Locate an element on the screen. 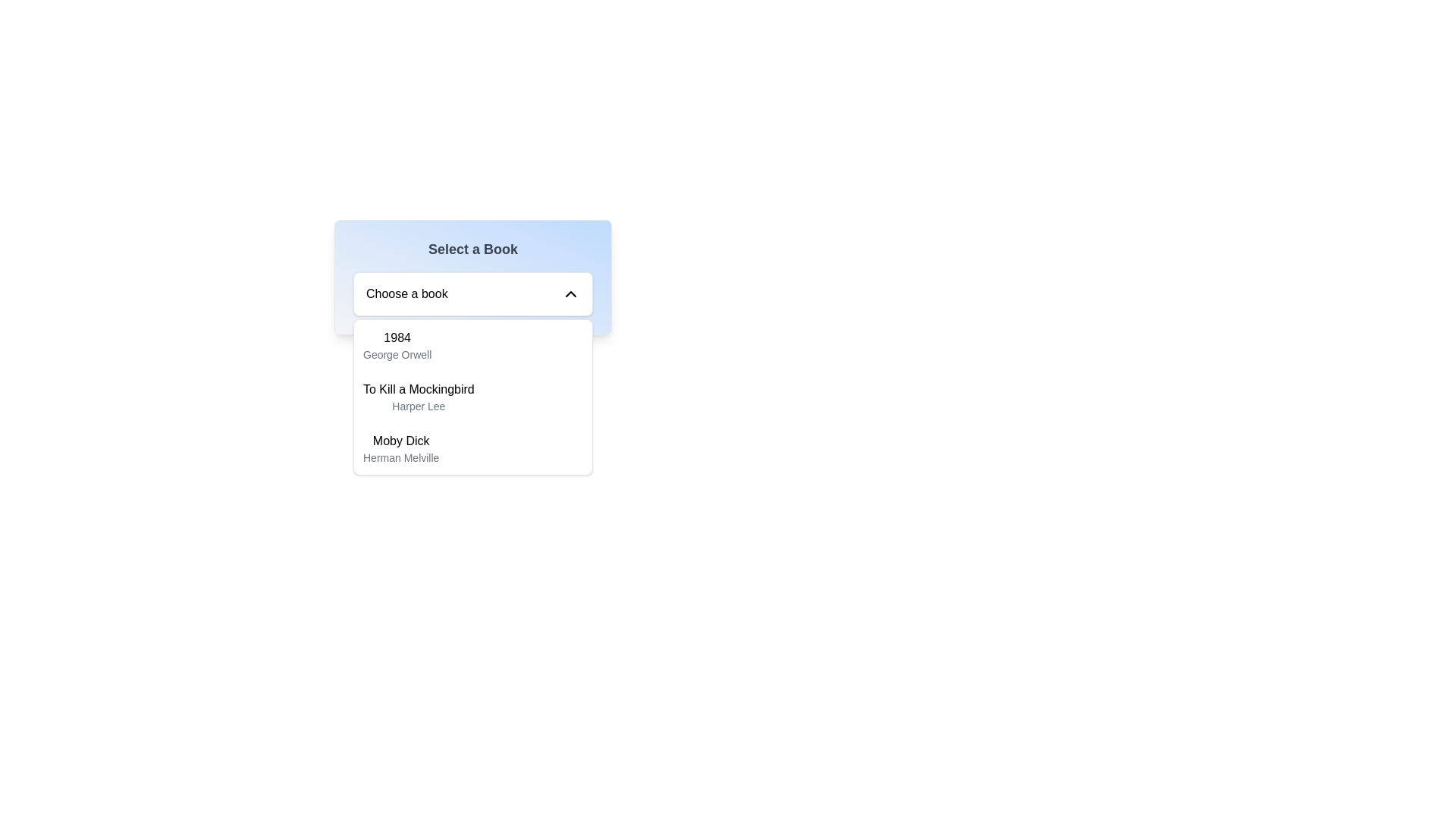 The image size is (1456, 819). the selectable list item titled 'Moby Dick' by 'Herman Melville' is located at coordinates (472, 447).